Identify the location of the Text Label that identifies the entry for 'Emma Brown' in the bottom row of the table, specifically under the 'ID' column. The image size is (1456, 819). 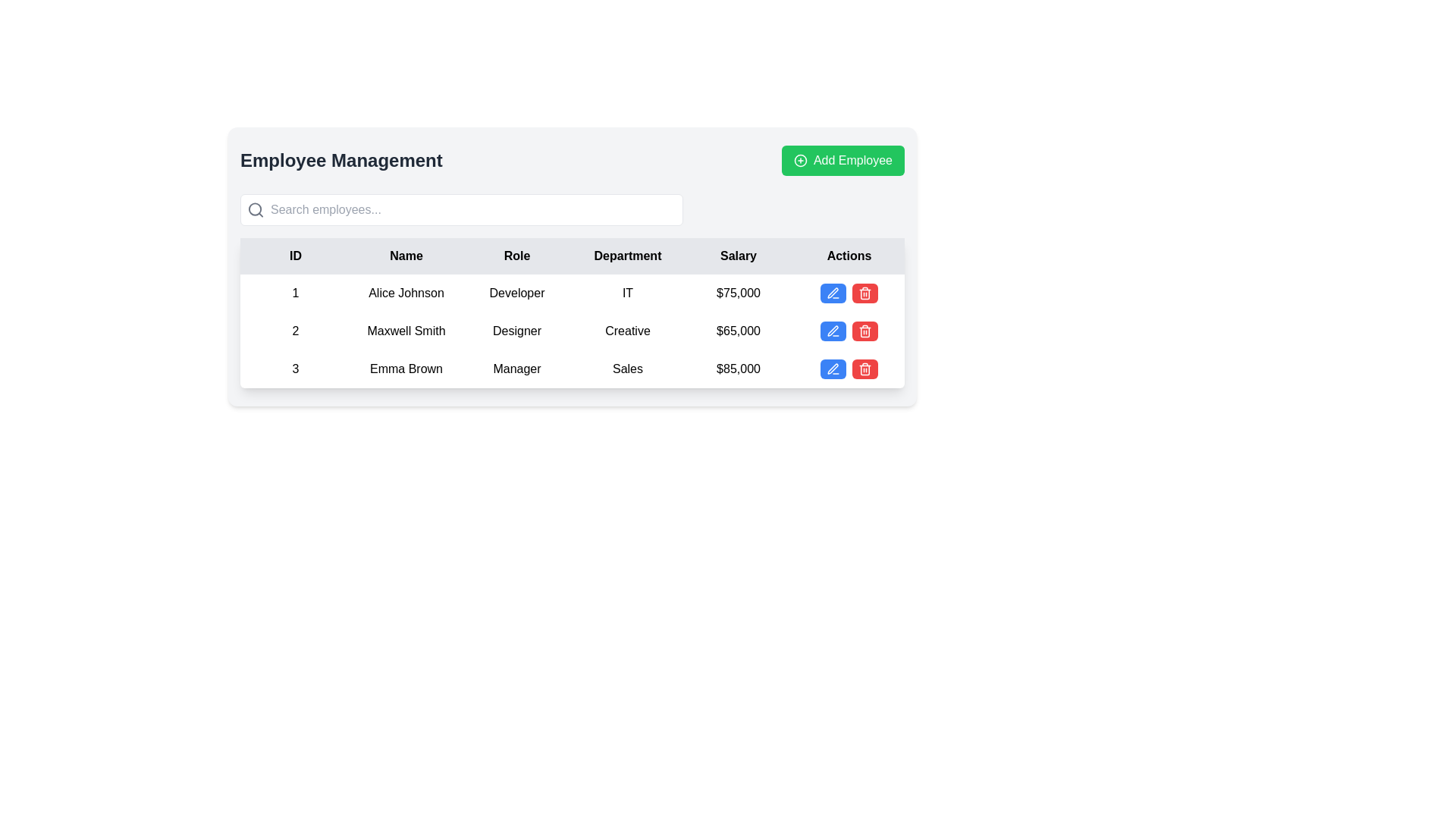
(295, 369).